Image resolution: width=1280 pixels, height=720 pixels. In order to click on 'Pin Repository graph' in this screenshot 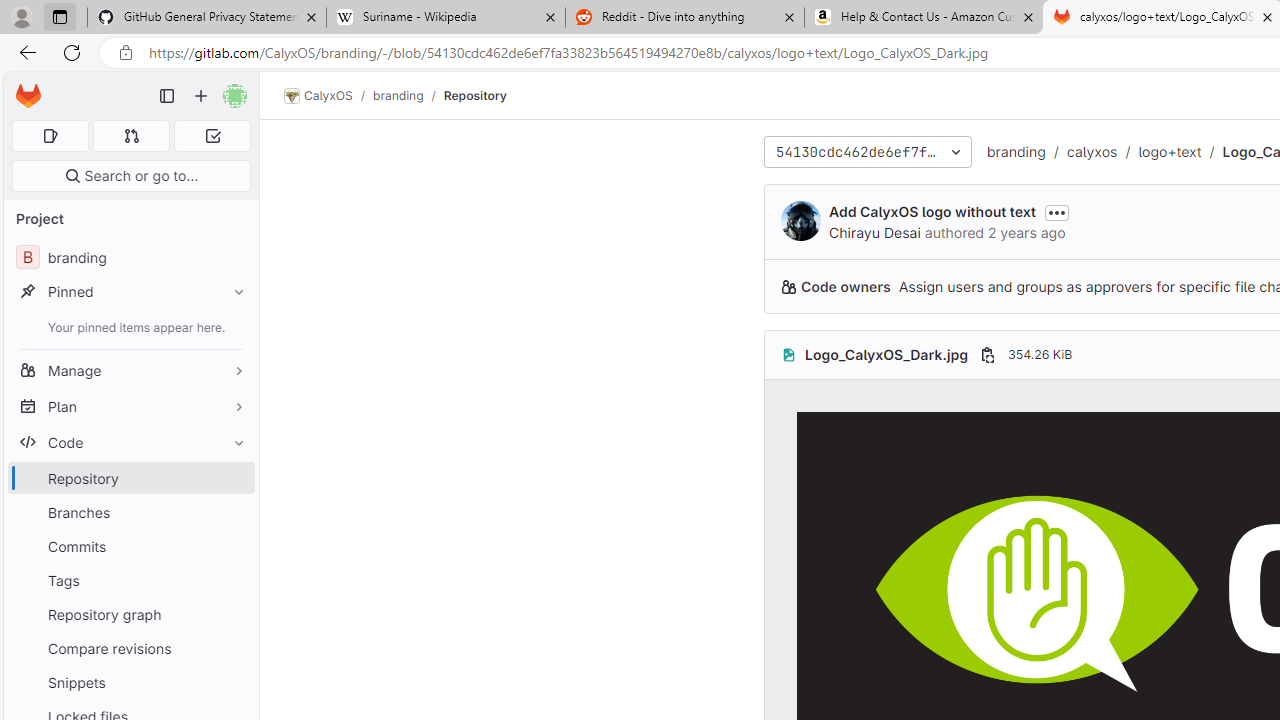, I will do `click(234, 613)`.